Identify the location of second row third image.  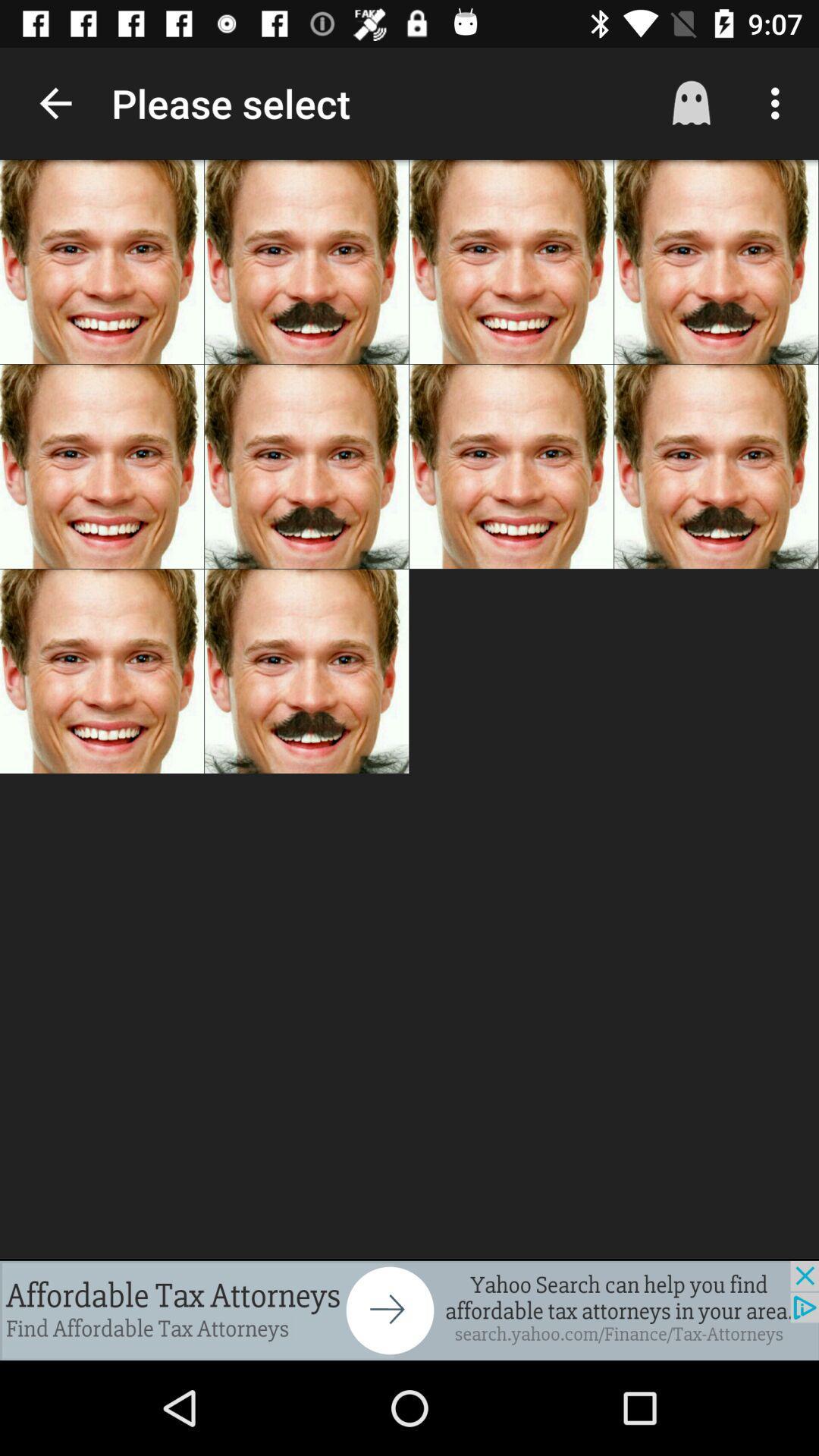
(511, 466).